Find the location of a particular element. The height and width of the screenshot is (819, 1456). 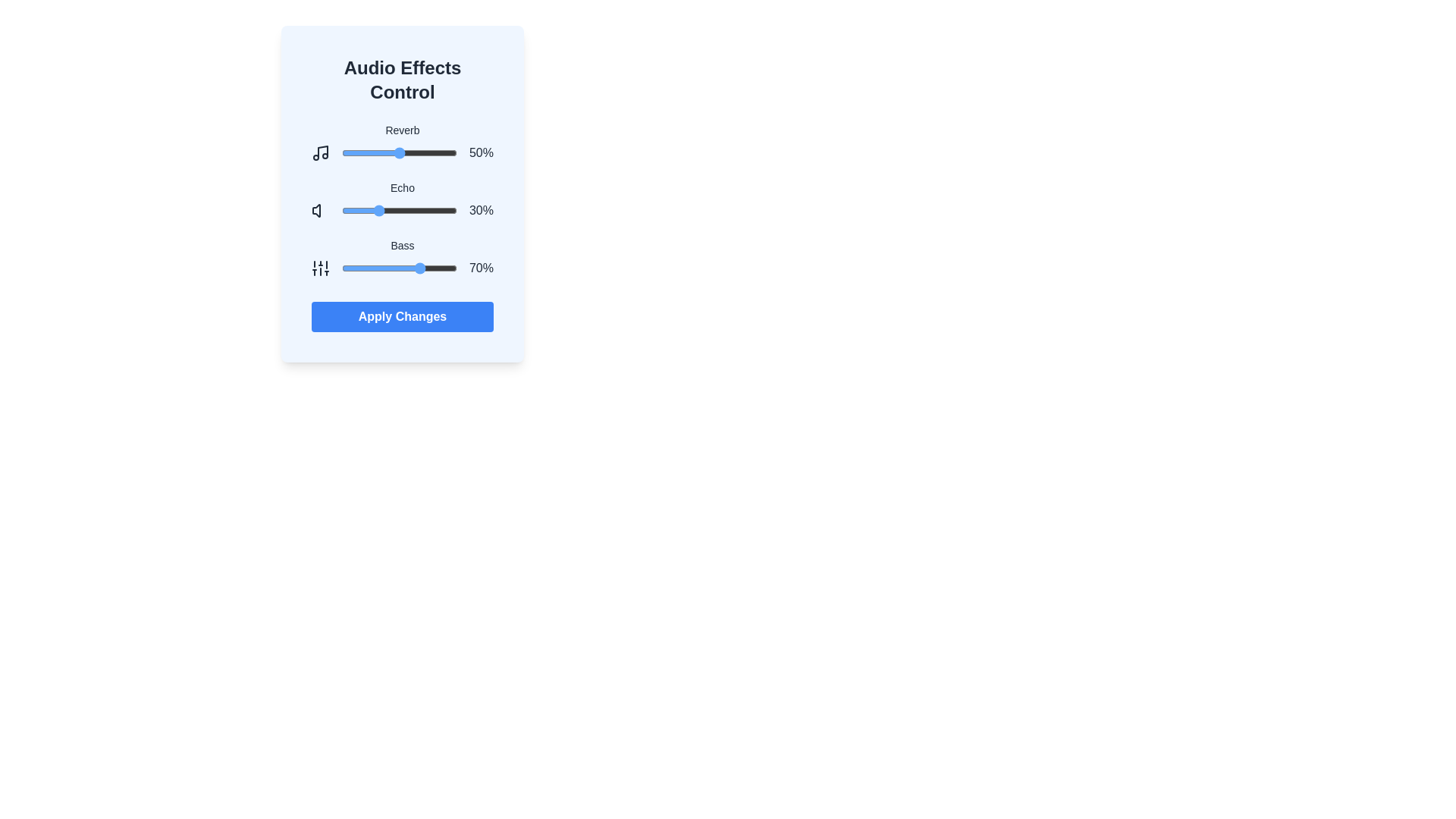

the bass level is located at coordinates (347, 268).